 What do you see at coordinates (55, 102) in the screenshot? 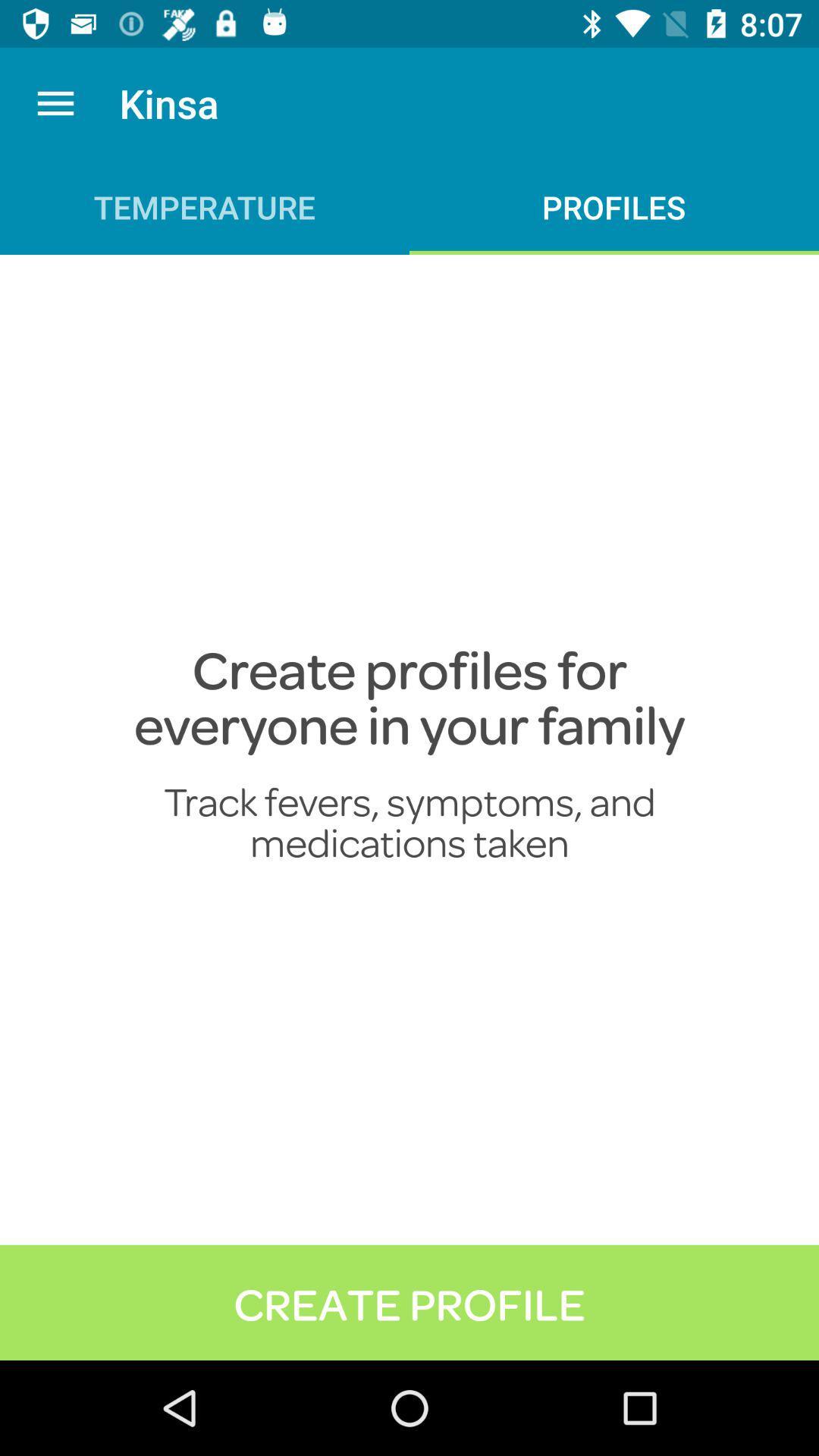
I see `the item next to kinsa app` at bounding box center [55, 102].